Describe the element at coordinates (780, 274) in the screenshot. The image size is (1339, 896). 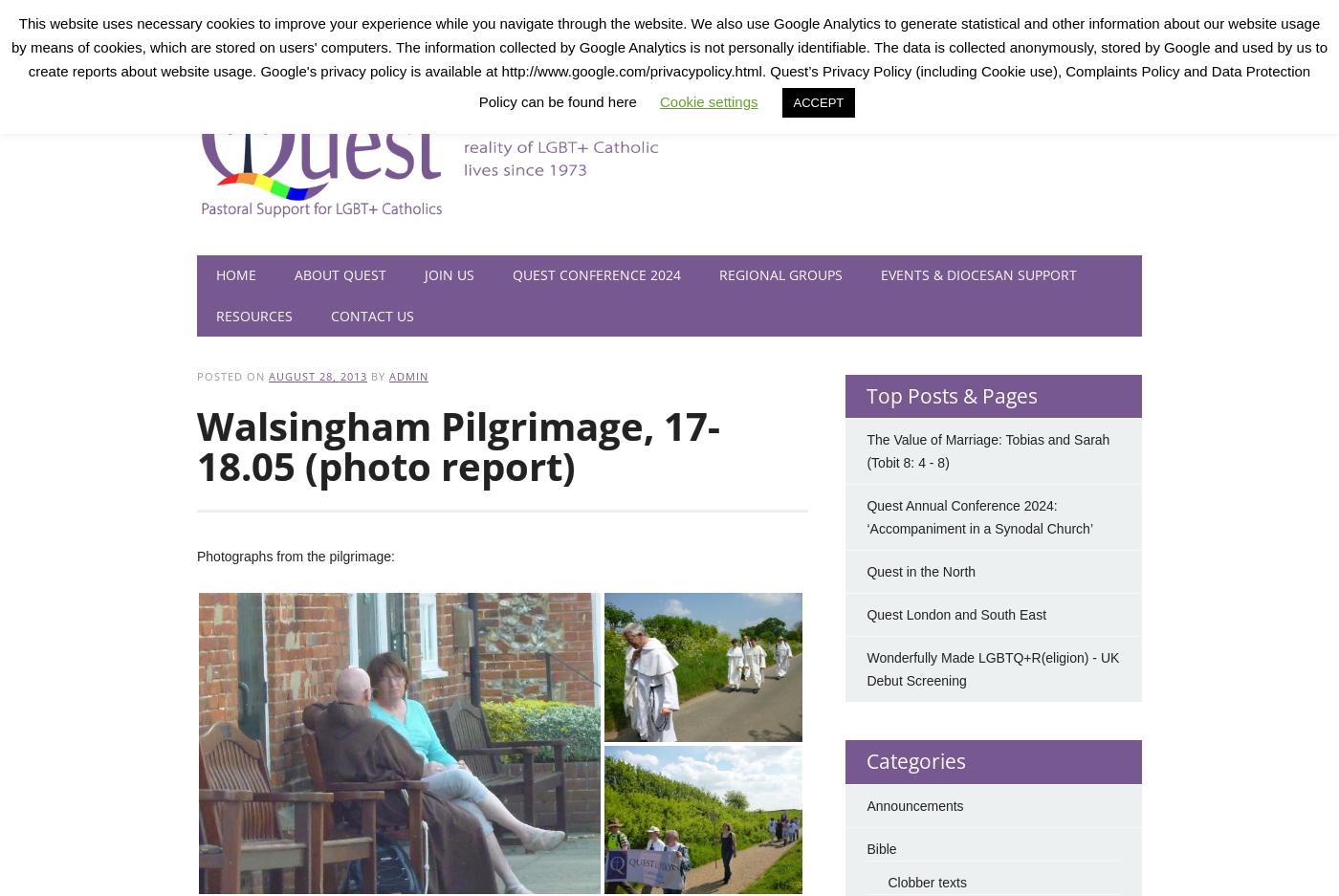
I see `'Regional Groups'` at that location.